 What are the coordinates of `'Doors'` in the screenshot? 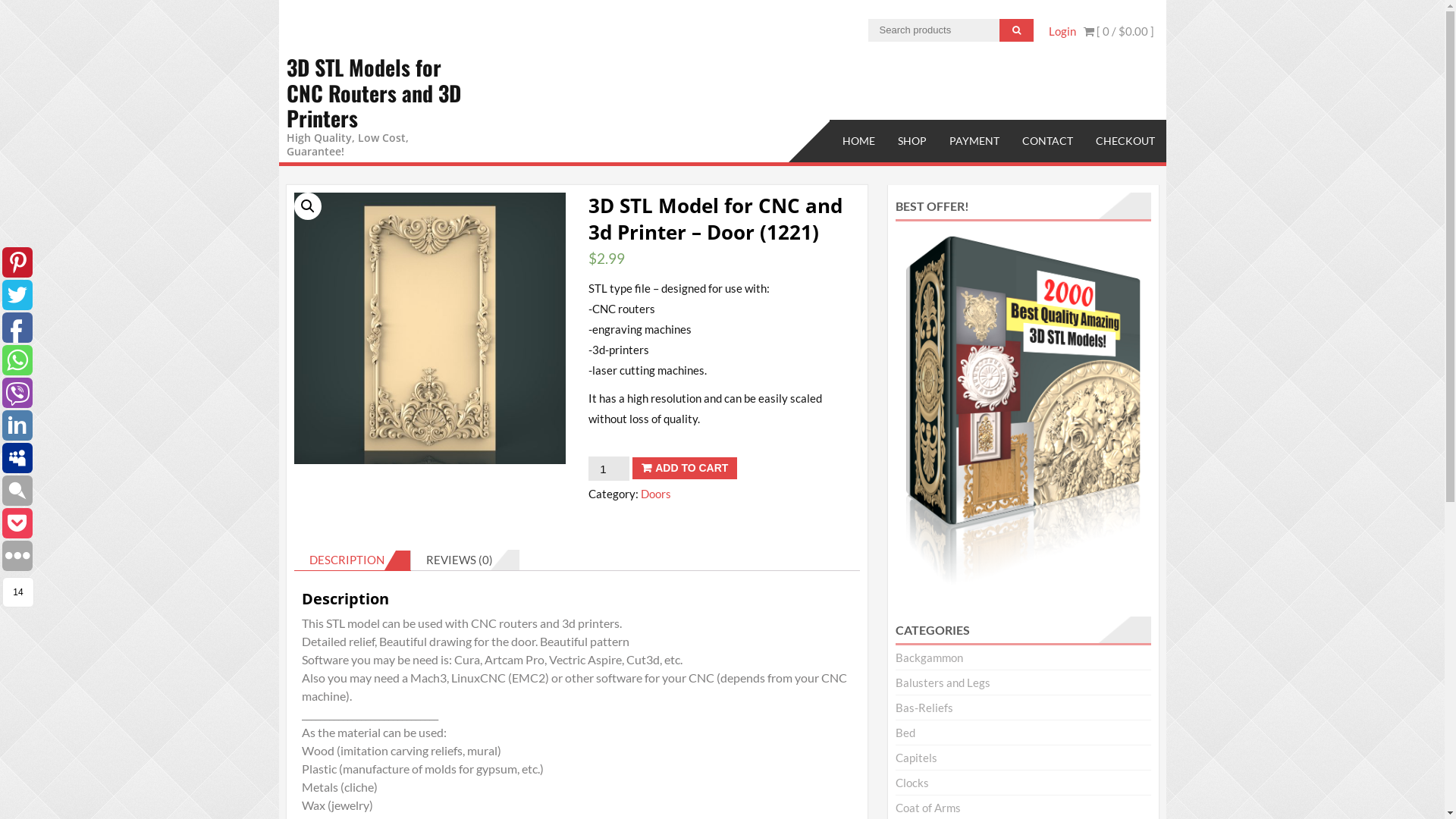 It's located at (655, 494).